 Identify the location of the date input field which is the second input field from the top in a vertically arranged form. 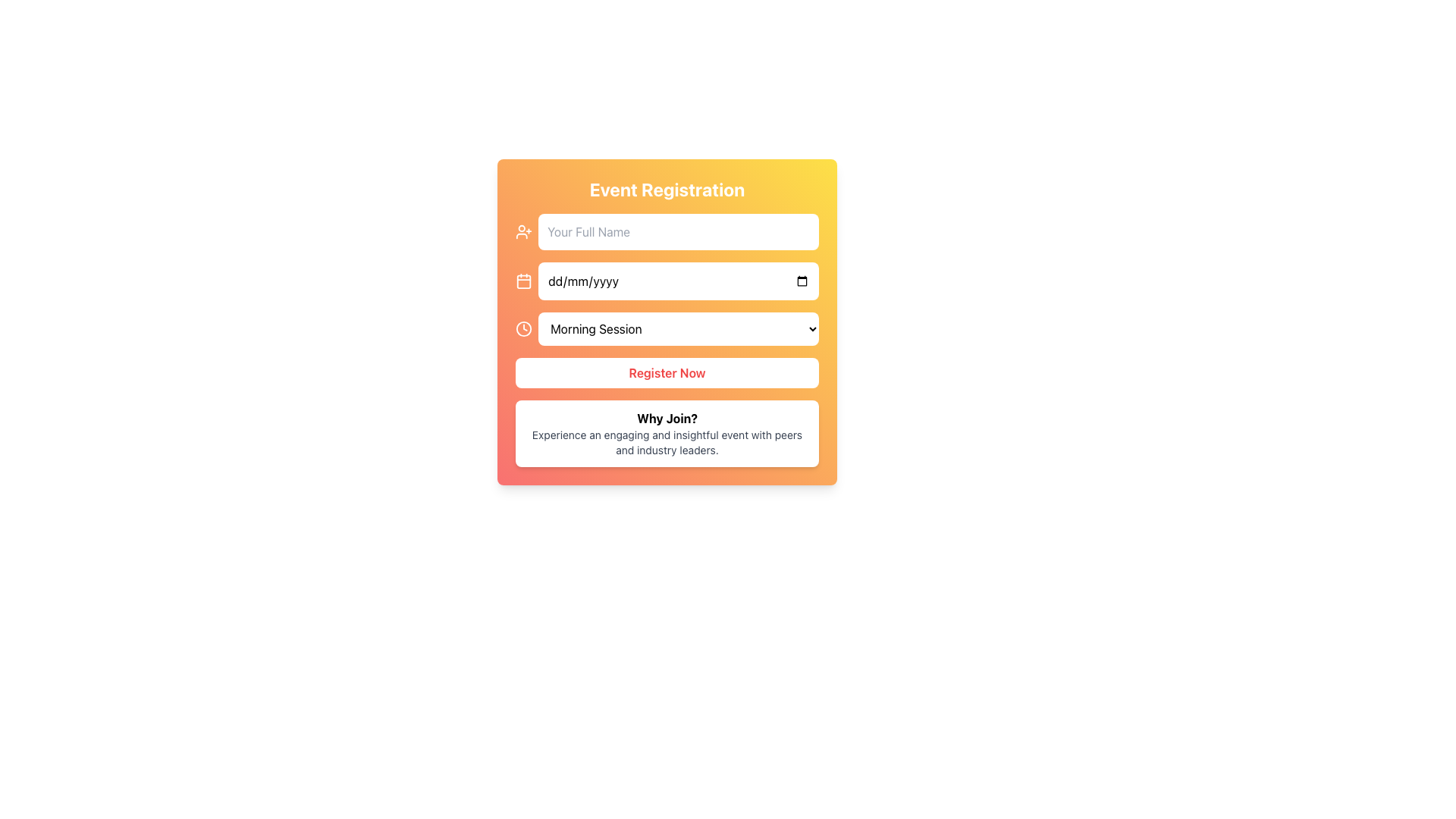
(678, 281).